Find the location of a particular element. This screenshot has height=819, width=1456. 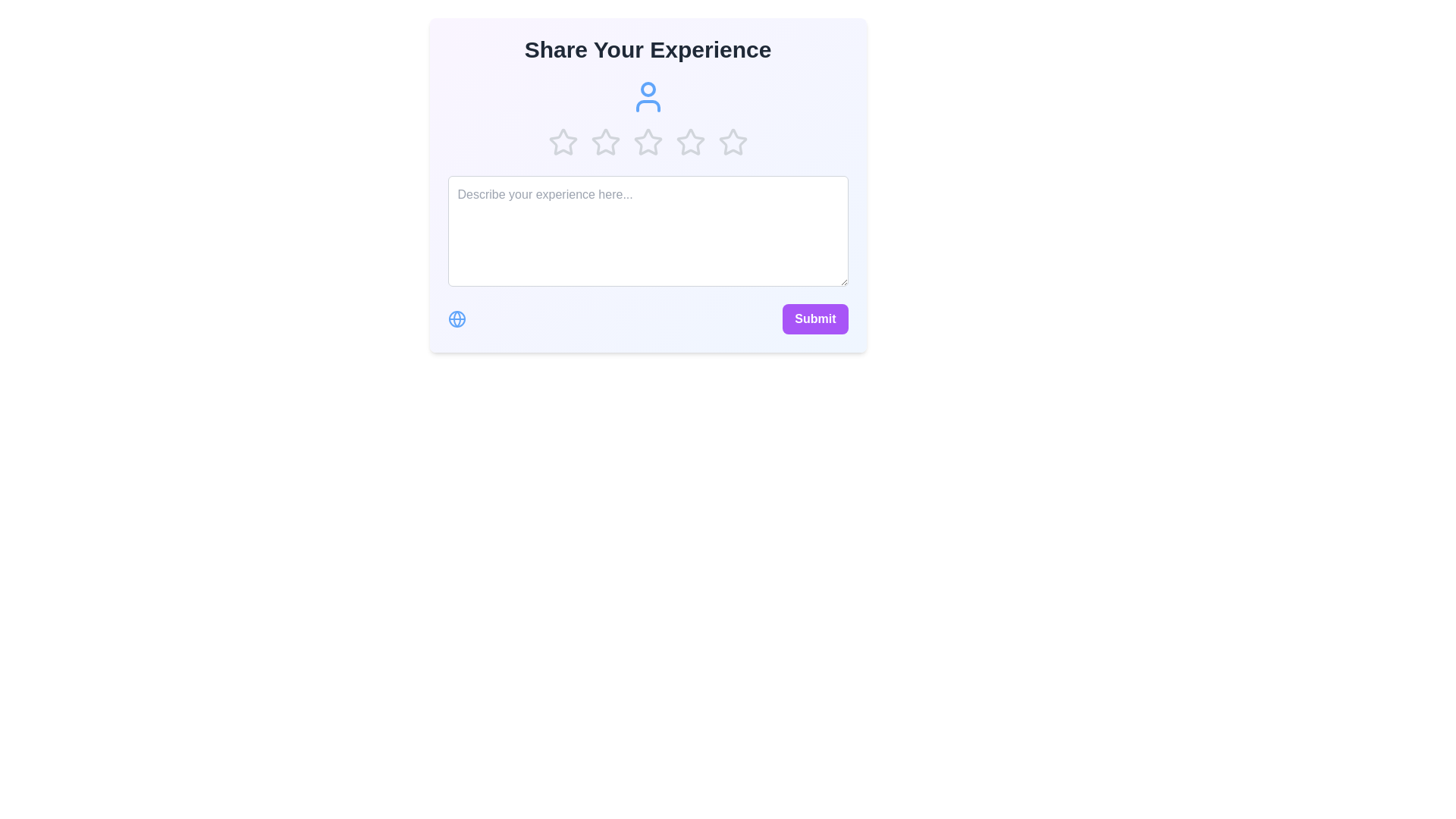

the user icon represented by a blue outlined figure of a person, located in the second row below the 'Share Your Experience' heading and above the star rating icons is located at coordinates (648, 96).